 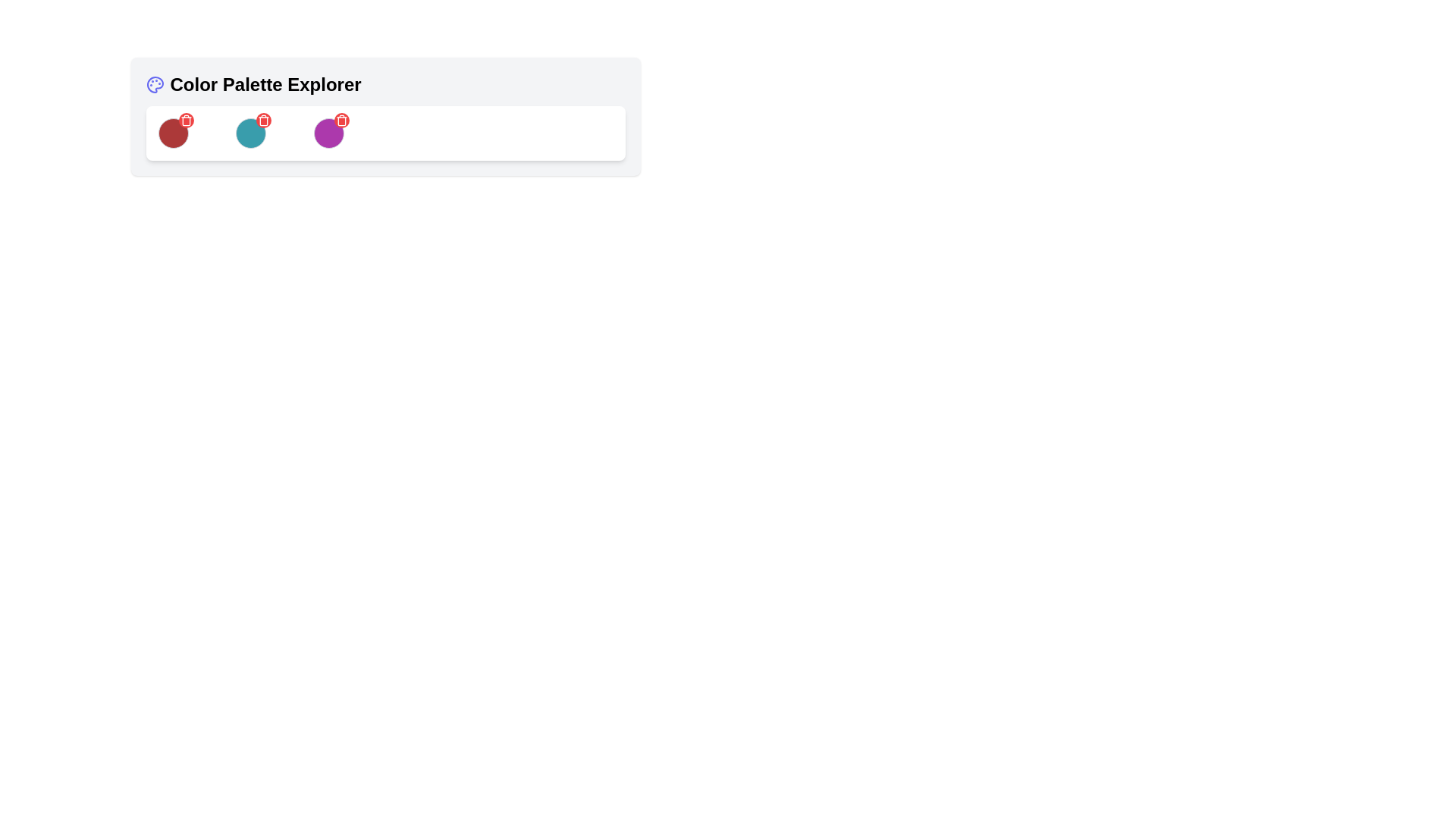 I want to click on the small, circular red delete button with a white trash icon located at the top-right corner of the purple circular element in the 'Color Palette Explorer' interface, so click(x=340, y=119).